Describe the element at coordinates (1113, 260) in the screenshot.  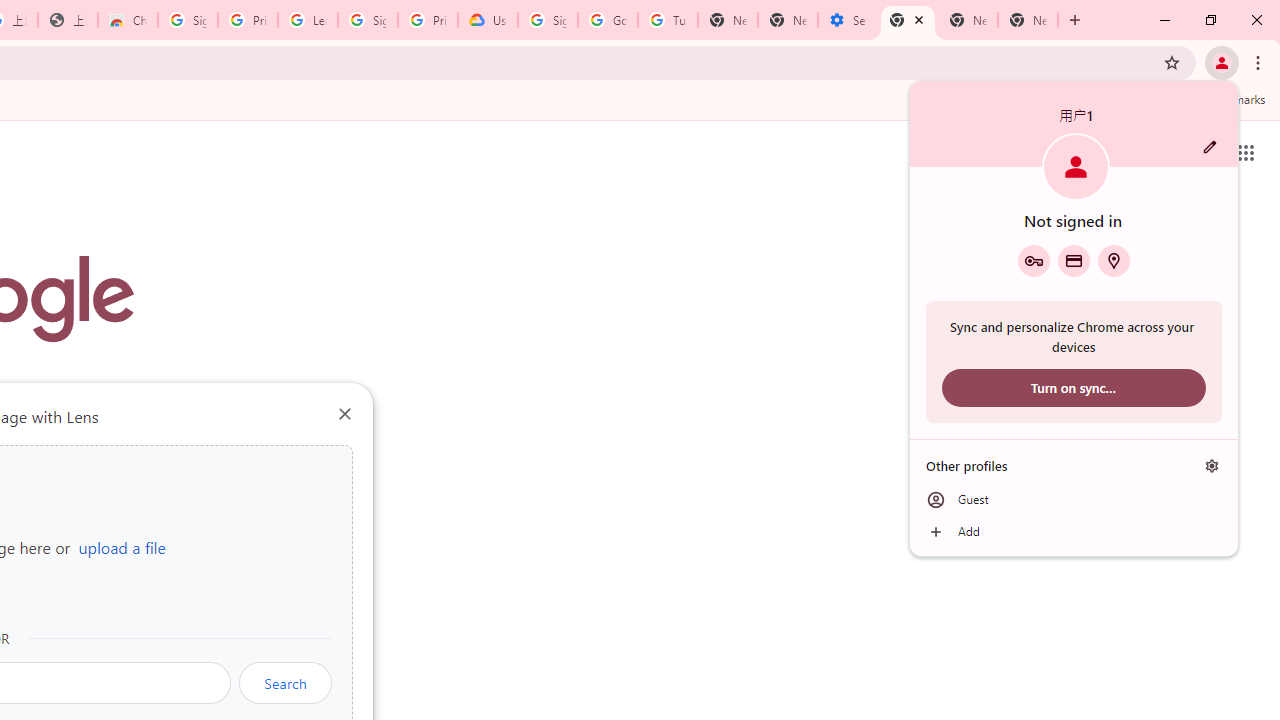
I see `'Addresses and more'` at that location.